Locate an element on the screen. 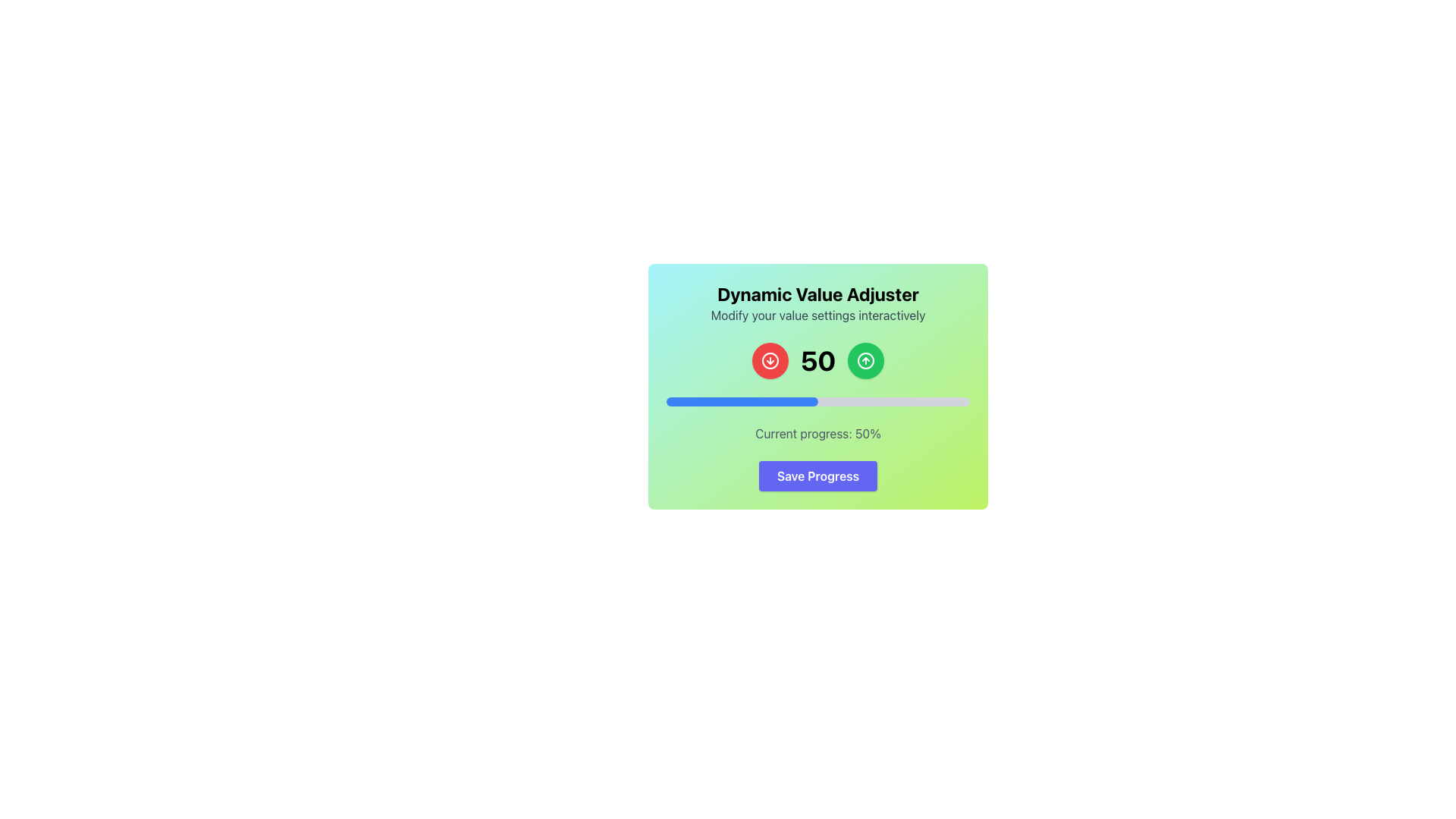  the red circular button with a downward arrow by is located at coordinates (770, 360).